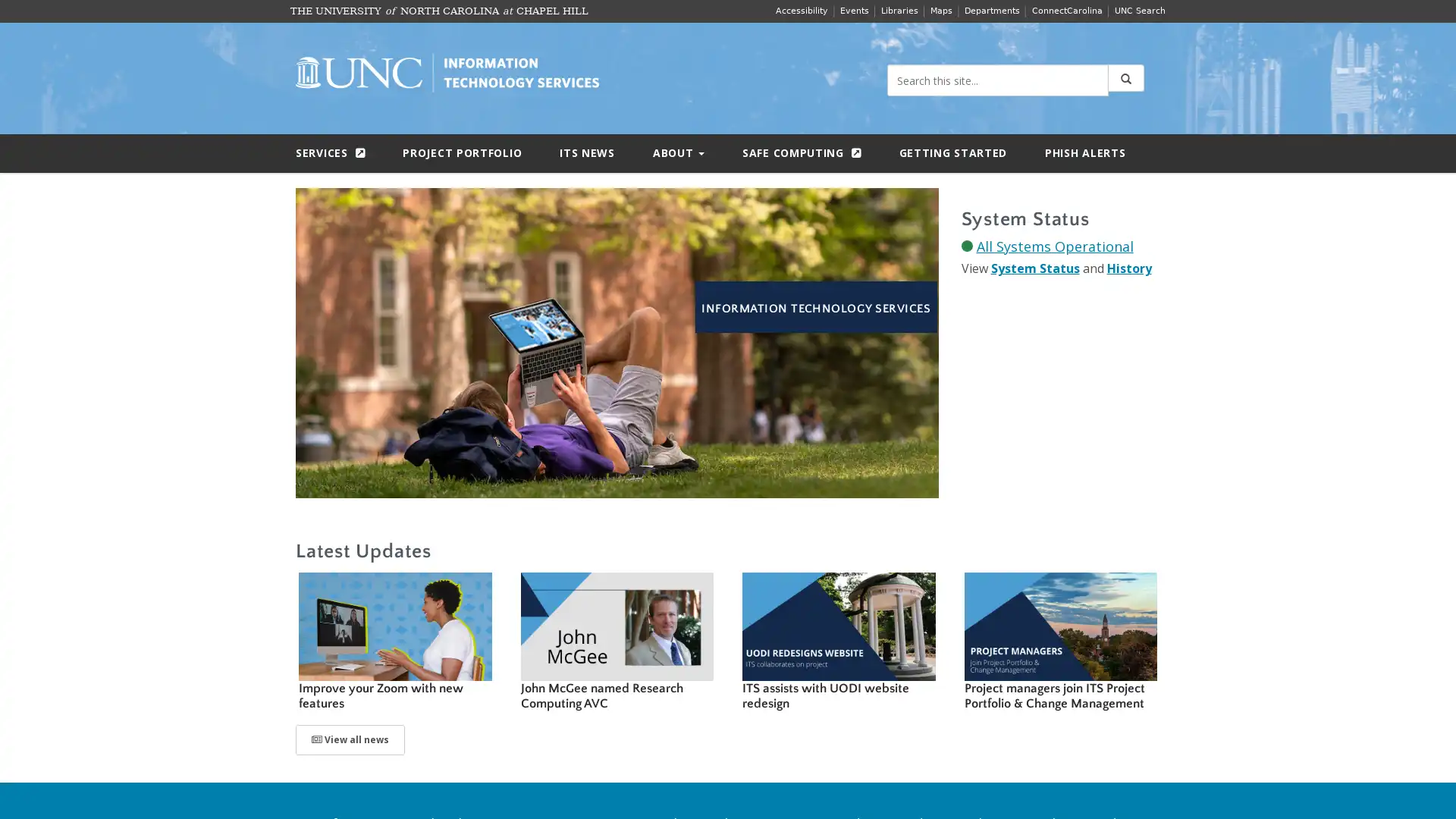  Describe the element at coordinates (1125, 78) in the screenshot. I see `Submit Search` at that location.